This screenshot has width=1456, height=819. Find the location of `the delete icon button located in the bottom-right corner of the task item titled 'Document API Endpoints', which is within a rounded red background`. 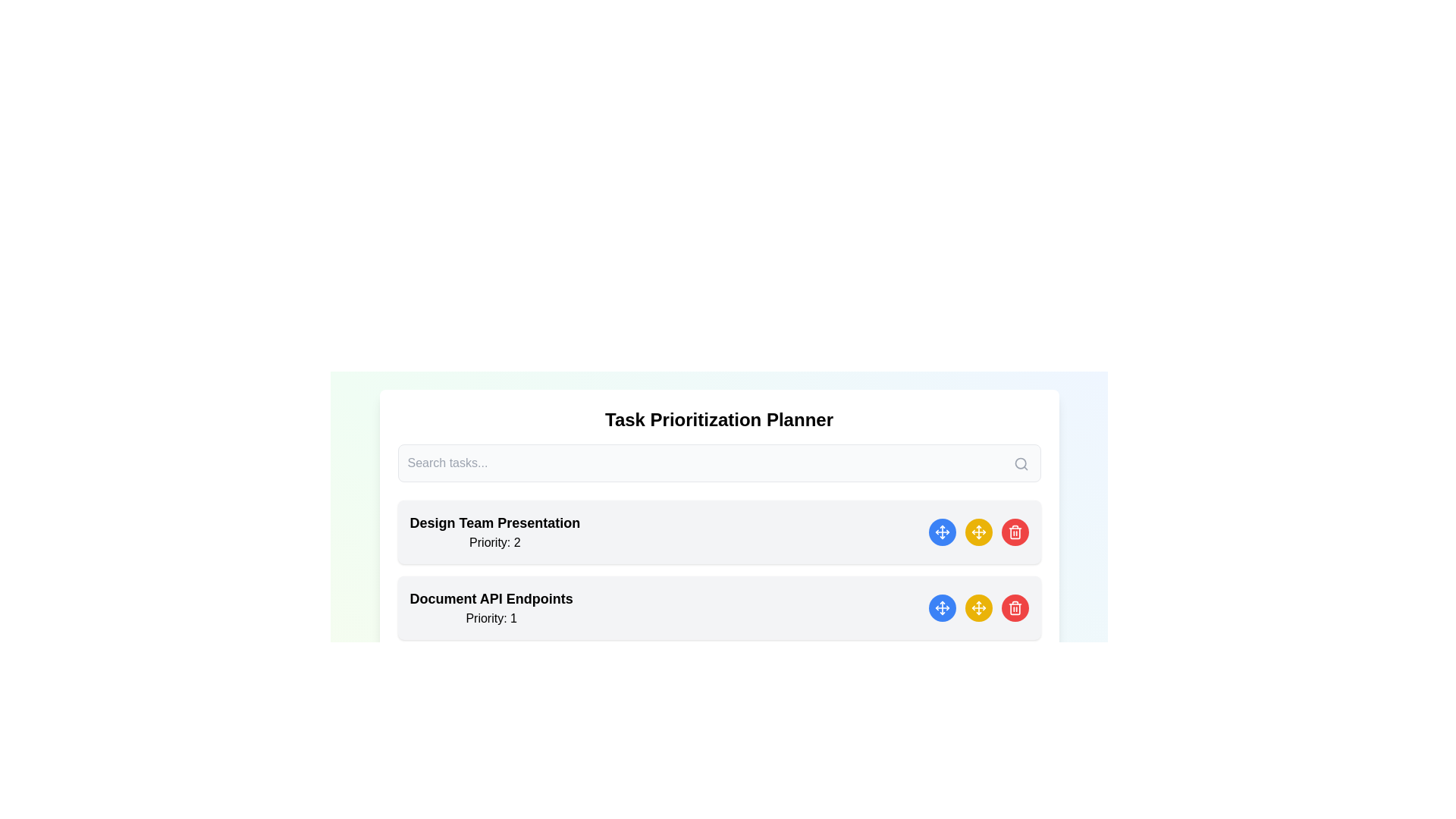

the delete icon button located in the bottom-right corner of the task item titled 'Document API Endpoints', which is within a rounded red background is located at coordinates (1015, 532).